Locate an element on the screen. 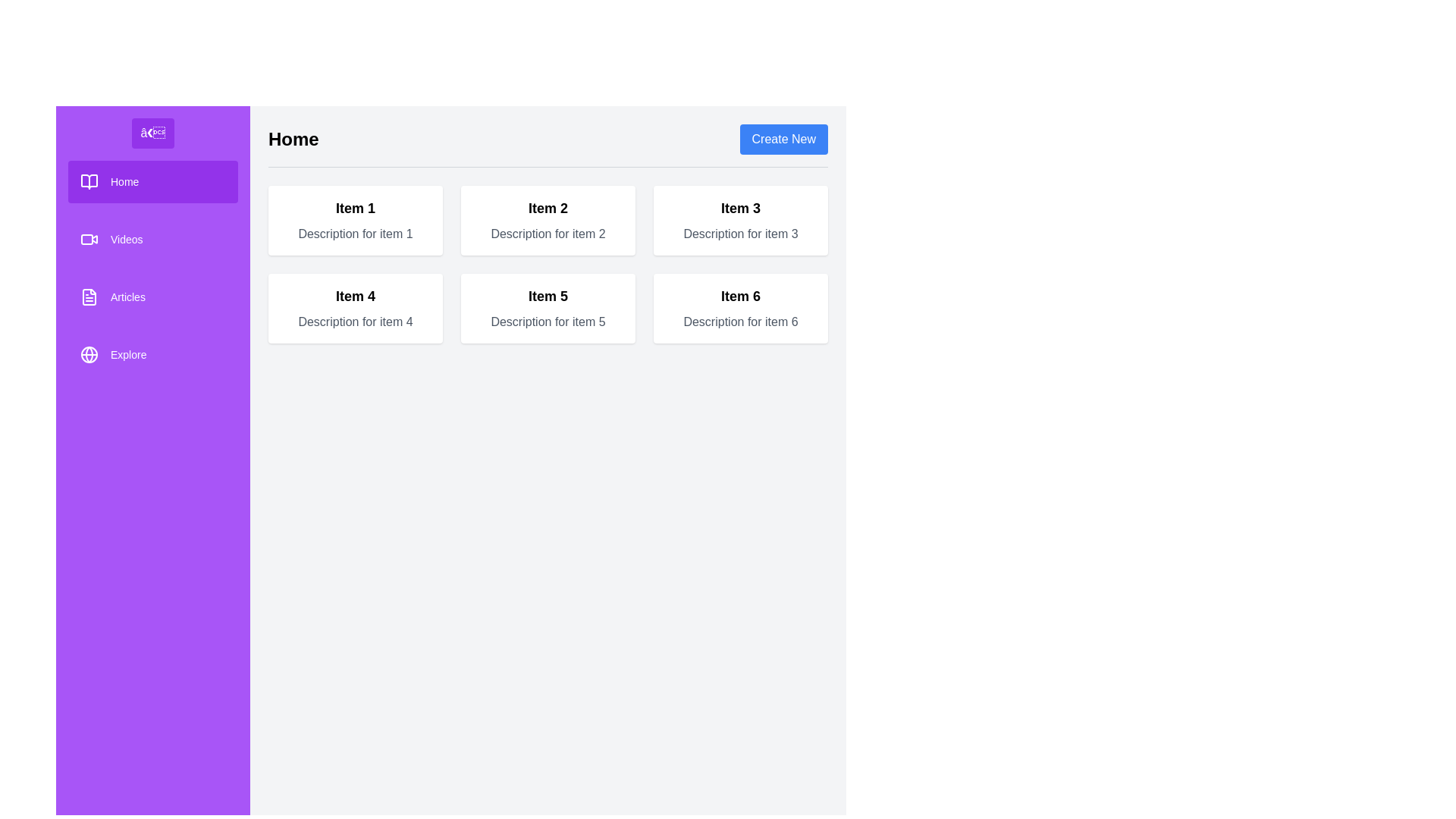 The height and width of the screenshot is (819, 1456). the text label displaying 'Description for item 3' which is located below the bold title 'Item 3' within the content card in the top row, third column of the grid is located at coordinates (741, 234).